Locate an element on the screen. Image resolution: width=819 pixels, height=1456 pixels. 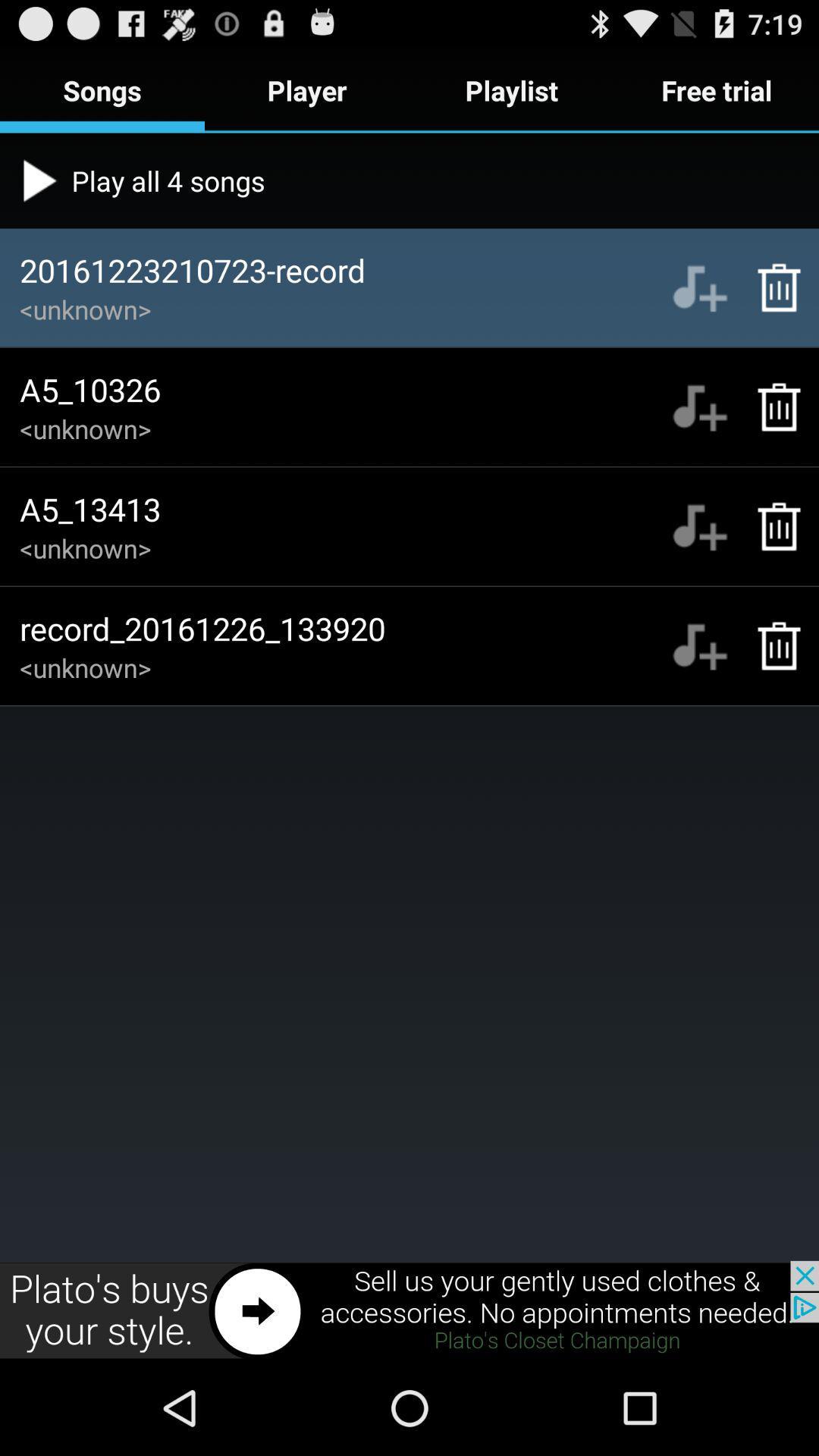
autoplay option is located at coordinates (699, 287).